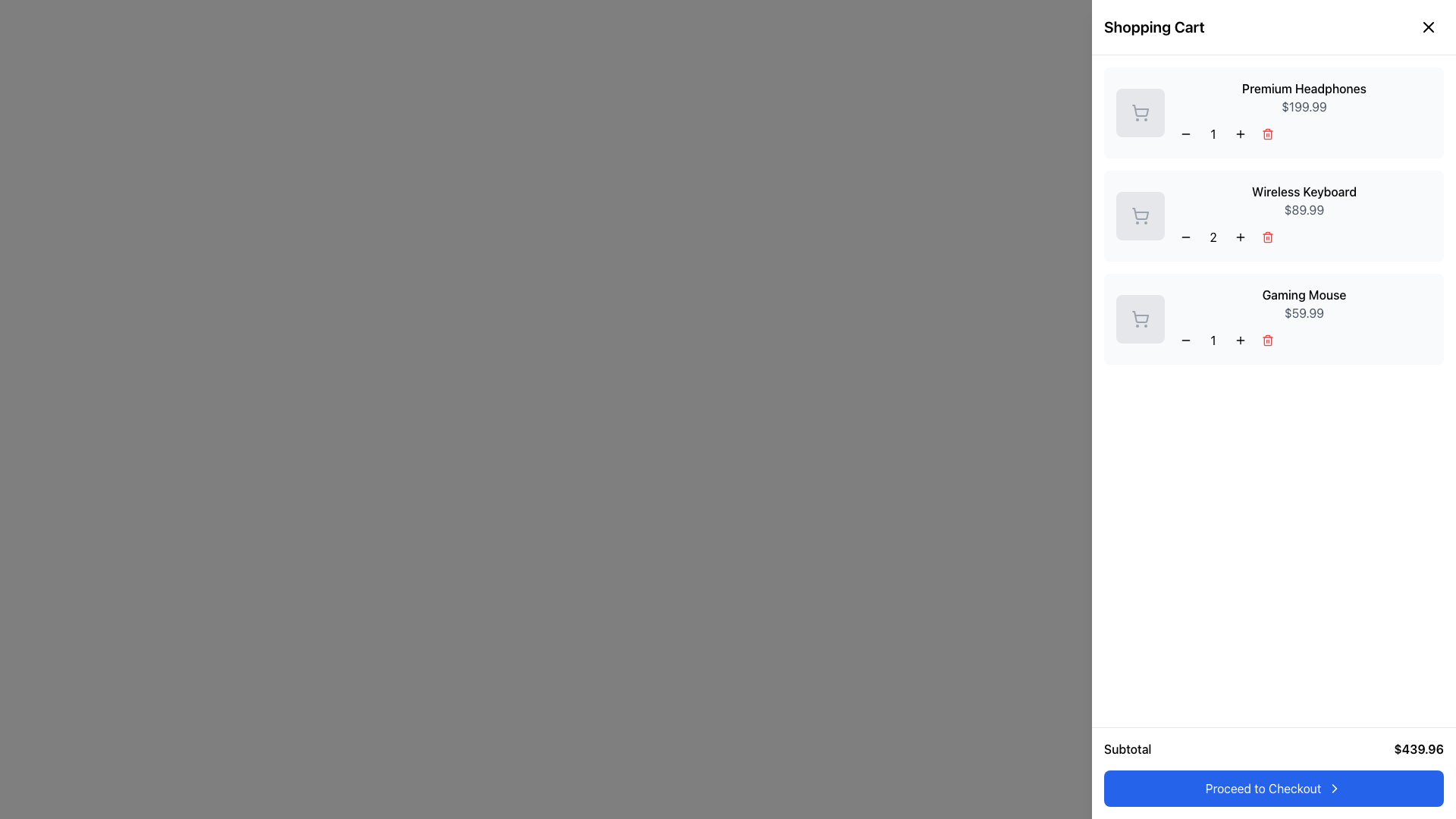 This screenshot has width=1456, height=819. Describe the element at coordinates (1274, 318) in the screenshot. I see `the item entry component in the shopping cart interface, which is positioned third in the list and displays product details, to observe its shadow effect` at that location.